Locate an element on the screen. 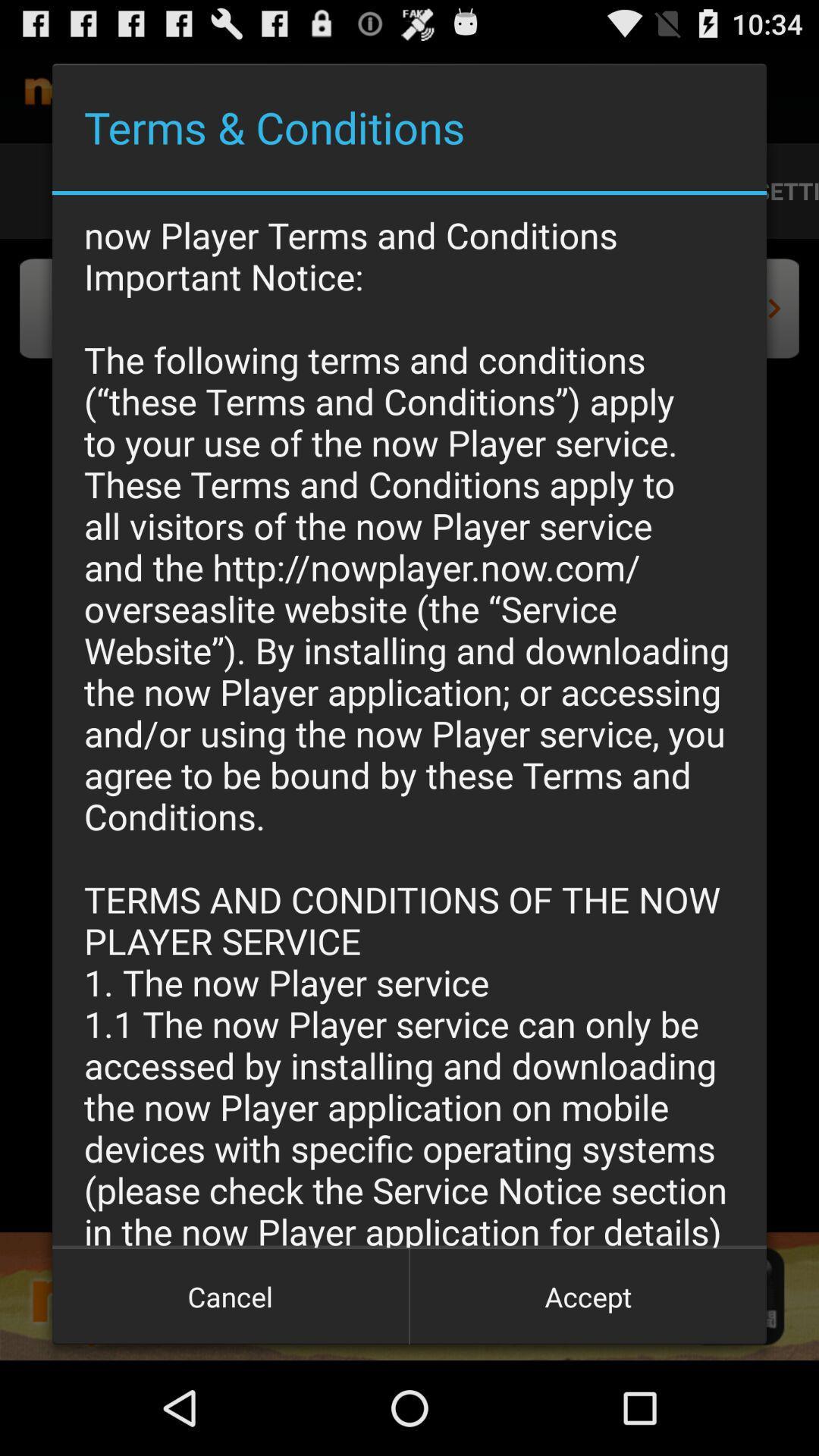  the icon to the right of the cancel button is located at coordinates (587, 1295).